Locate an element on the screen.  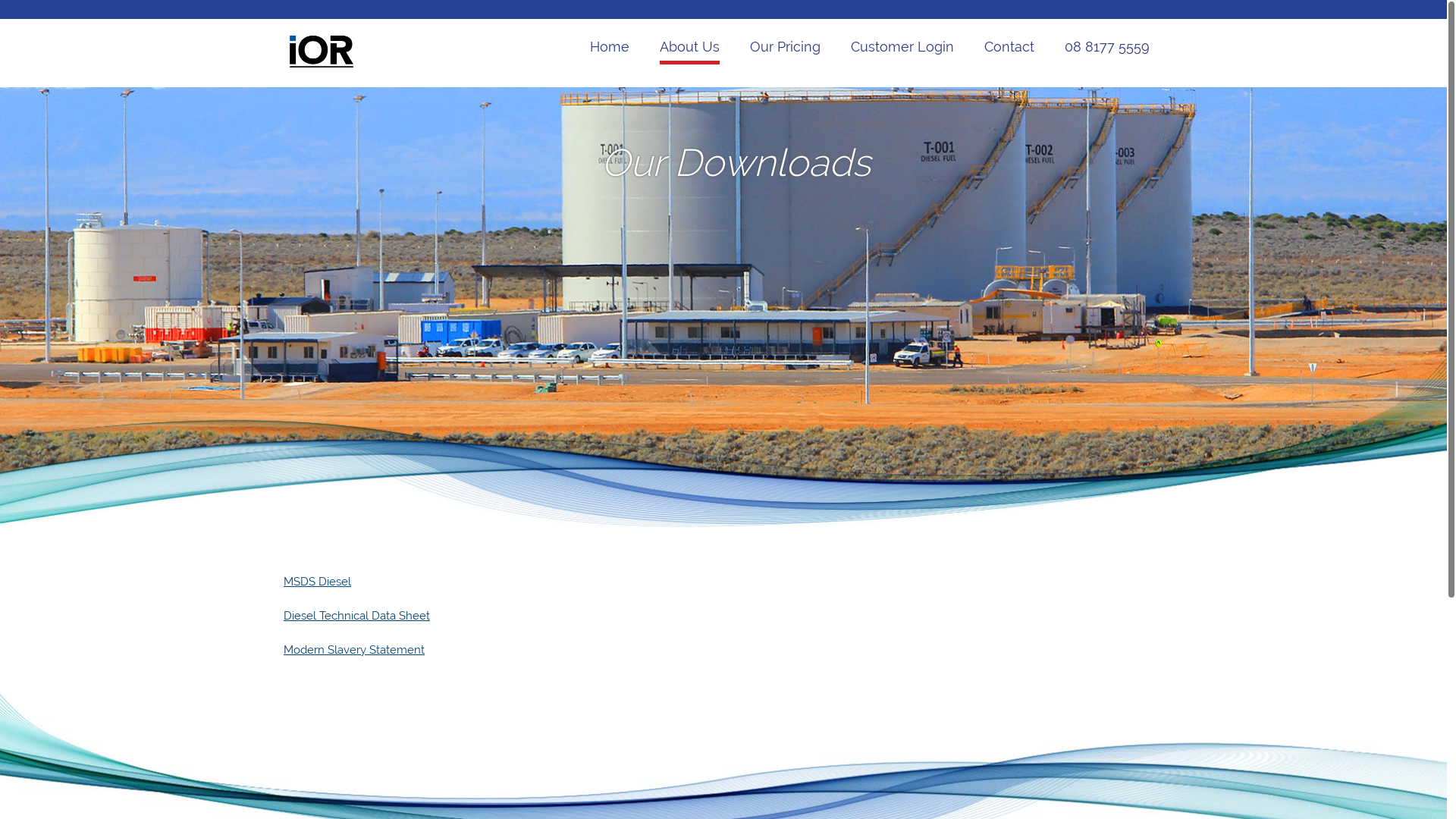
'08 8177 5559' is located at coordinates (1106, 48).